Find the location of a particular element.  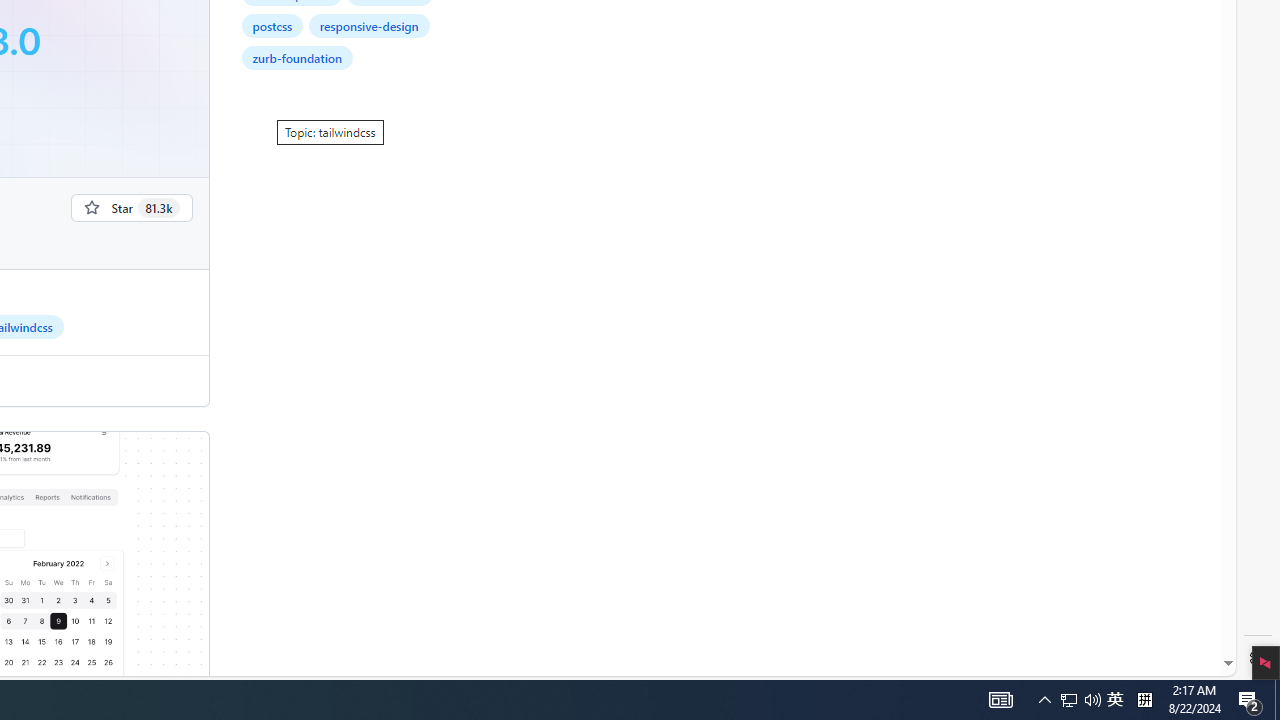

'You must be signed in to star a repository' is located at coordinates (130, 207).